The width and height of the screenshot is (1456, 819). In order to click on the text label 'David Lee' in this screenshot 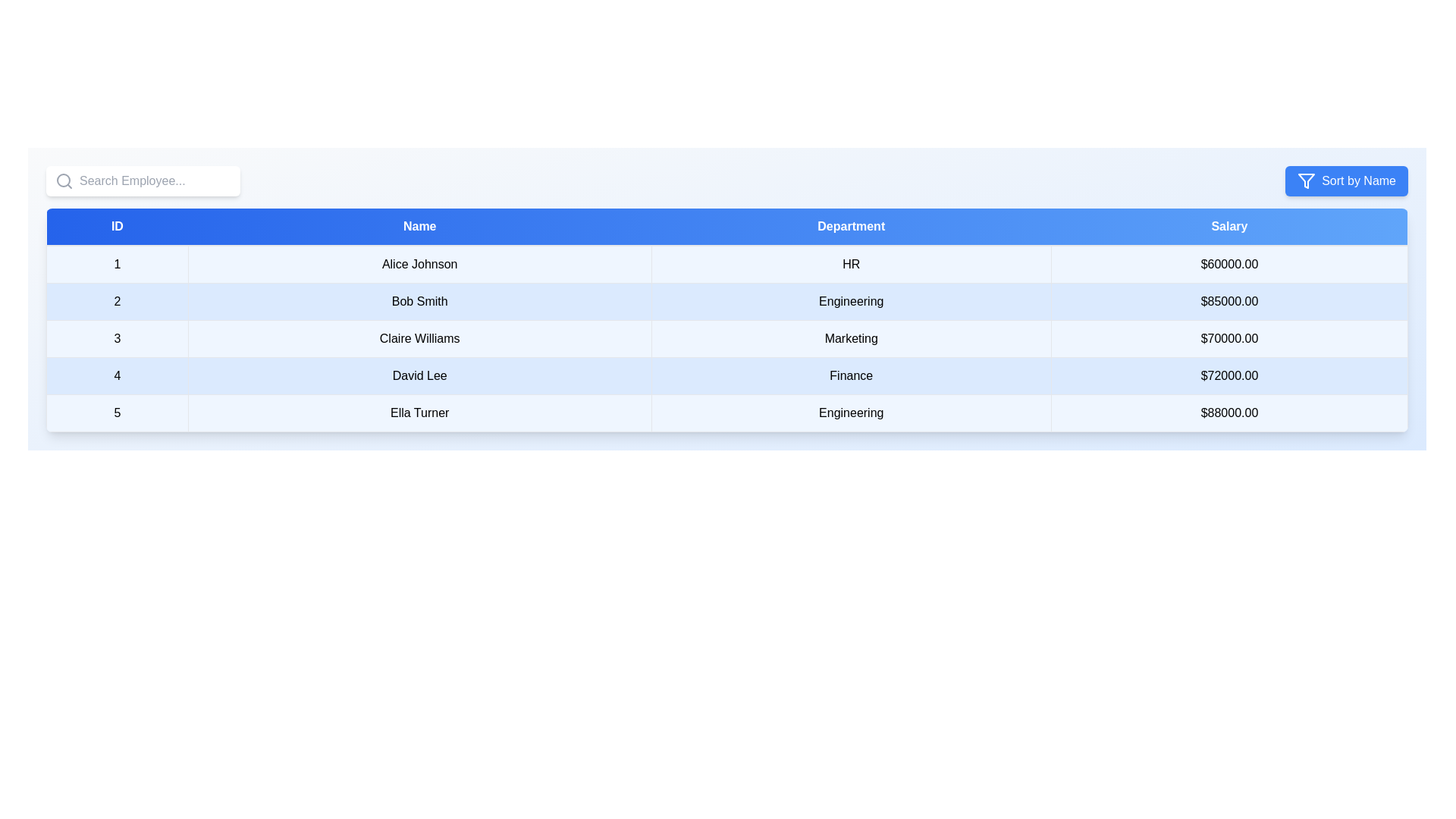, I will do `click(419, 375)`.